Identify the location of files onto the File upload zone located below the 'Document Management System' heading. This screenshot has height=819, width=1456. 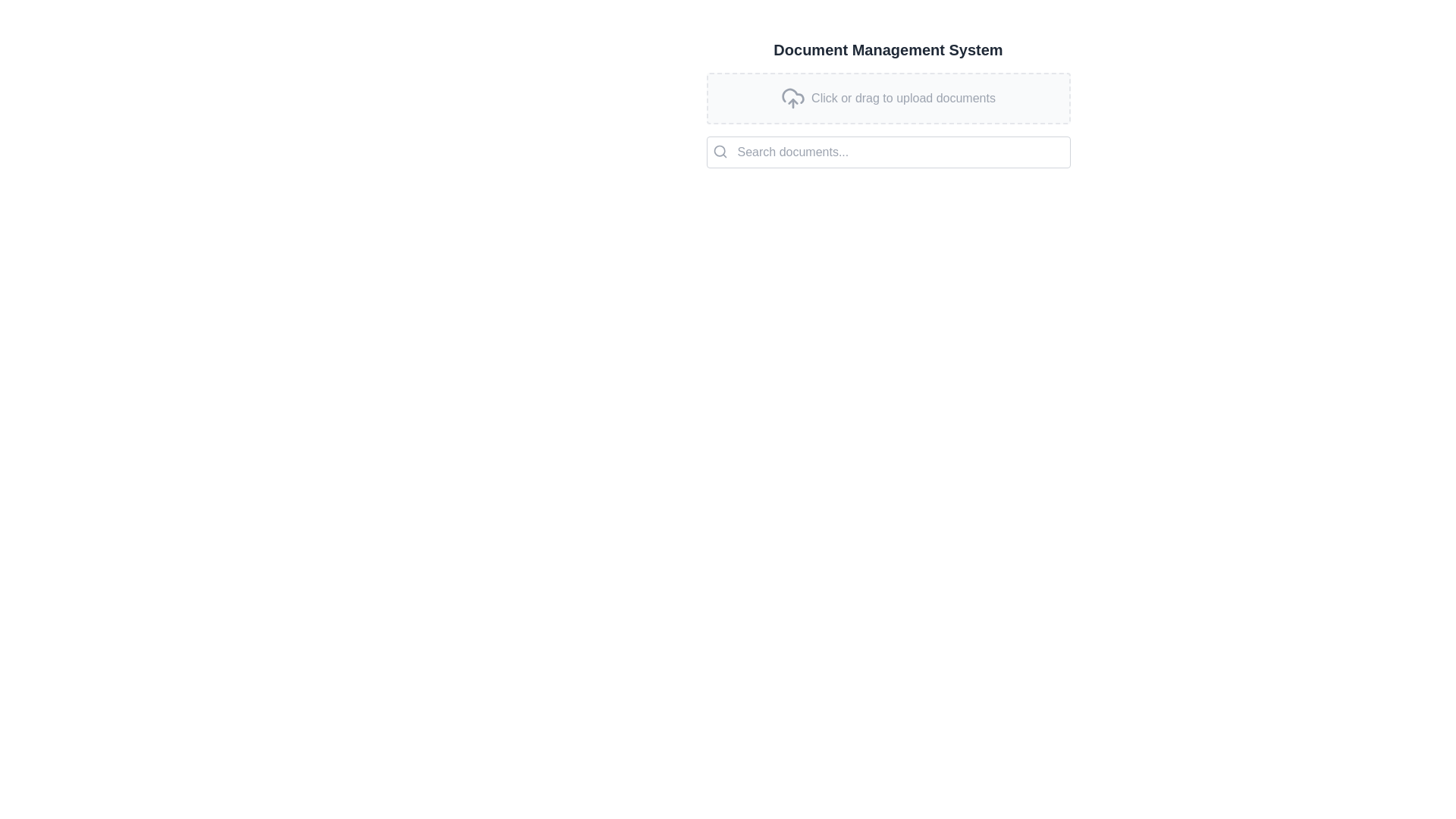
(888, 109).